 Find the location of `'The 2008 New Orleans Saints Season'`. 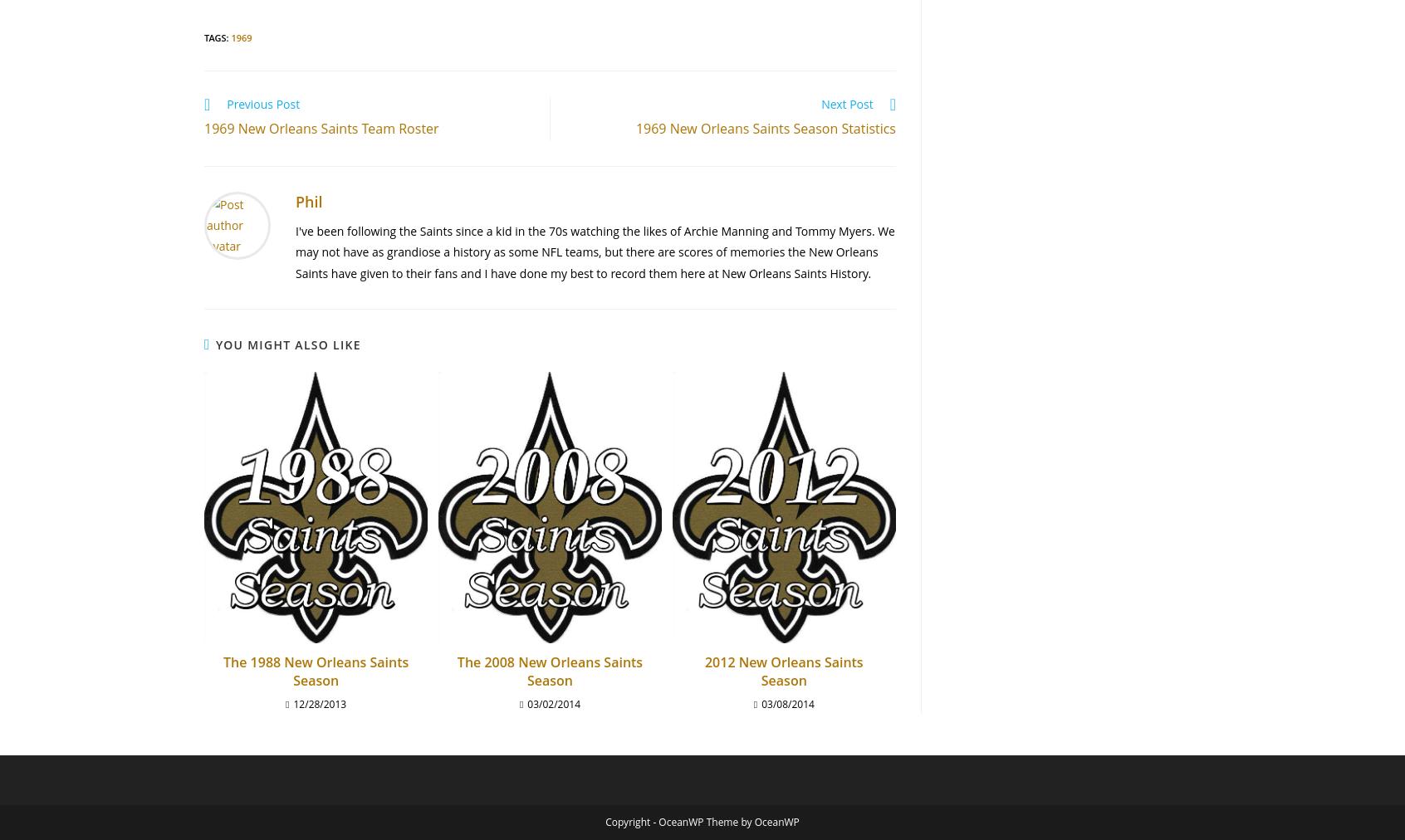

'The 2008 New Orleans Saints Season' is located at coordinates (550, 670).